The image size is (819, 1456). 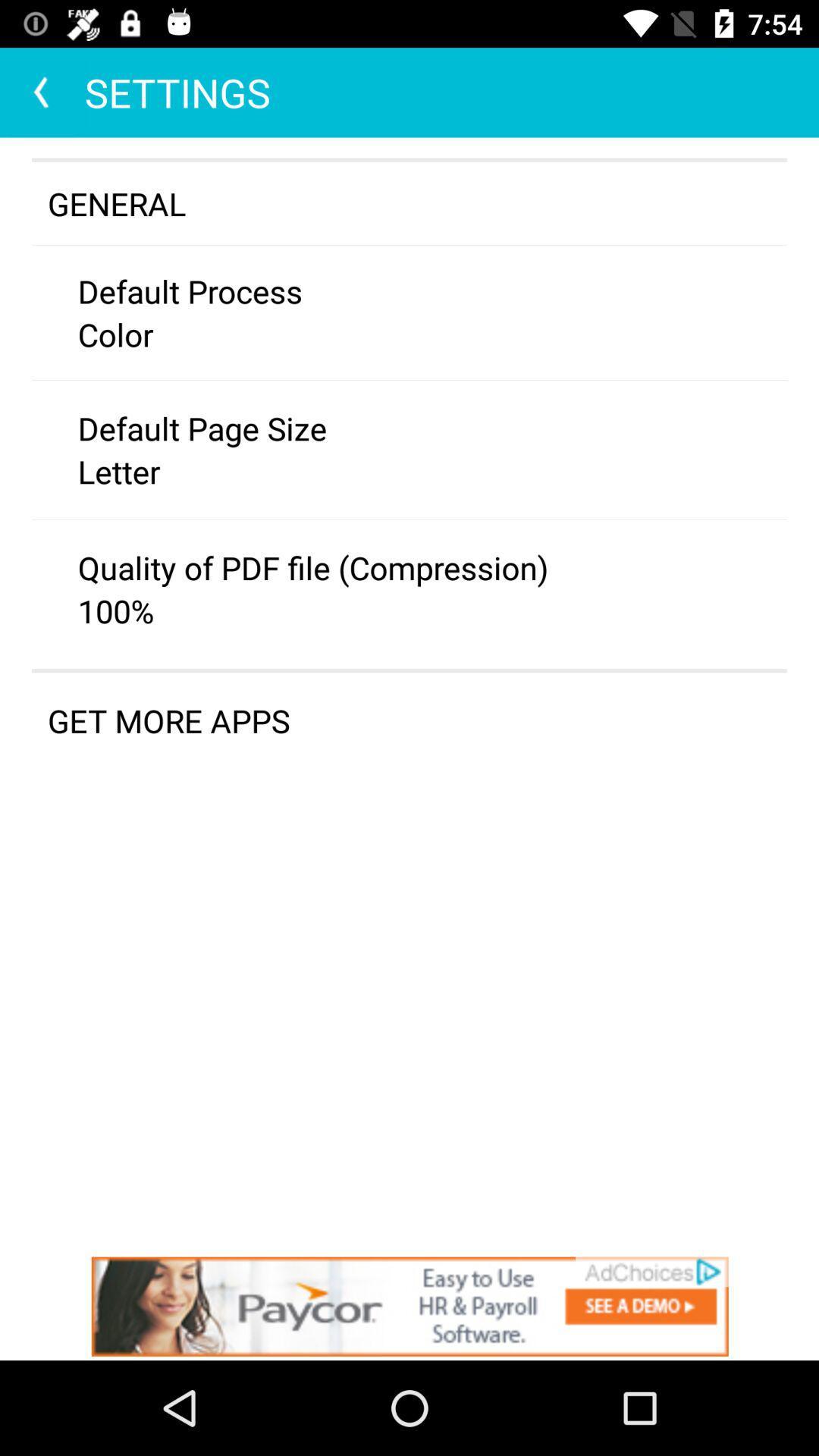 What do you see at coordinates (41, 92) in the screenshot?
I see `the arrow_backward icon` at bounding box center [41, 92].